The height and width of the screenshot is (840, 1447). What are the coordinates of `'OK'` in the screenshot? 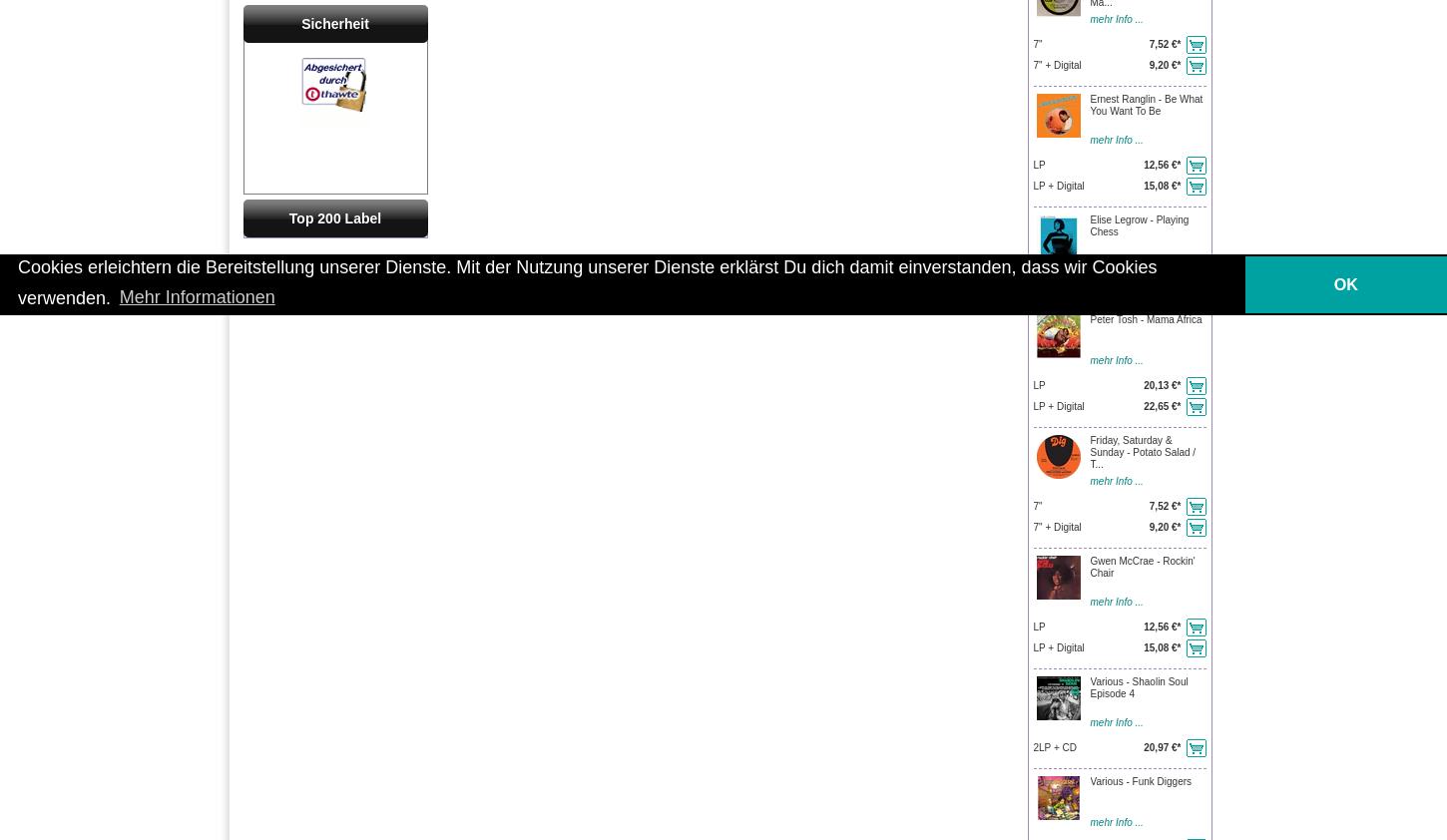 It's located at (1344, 283).